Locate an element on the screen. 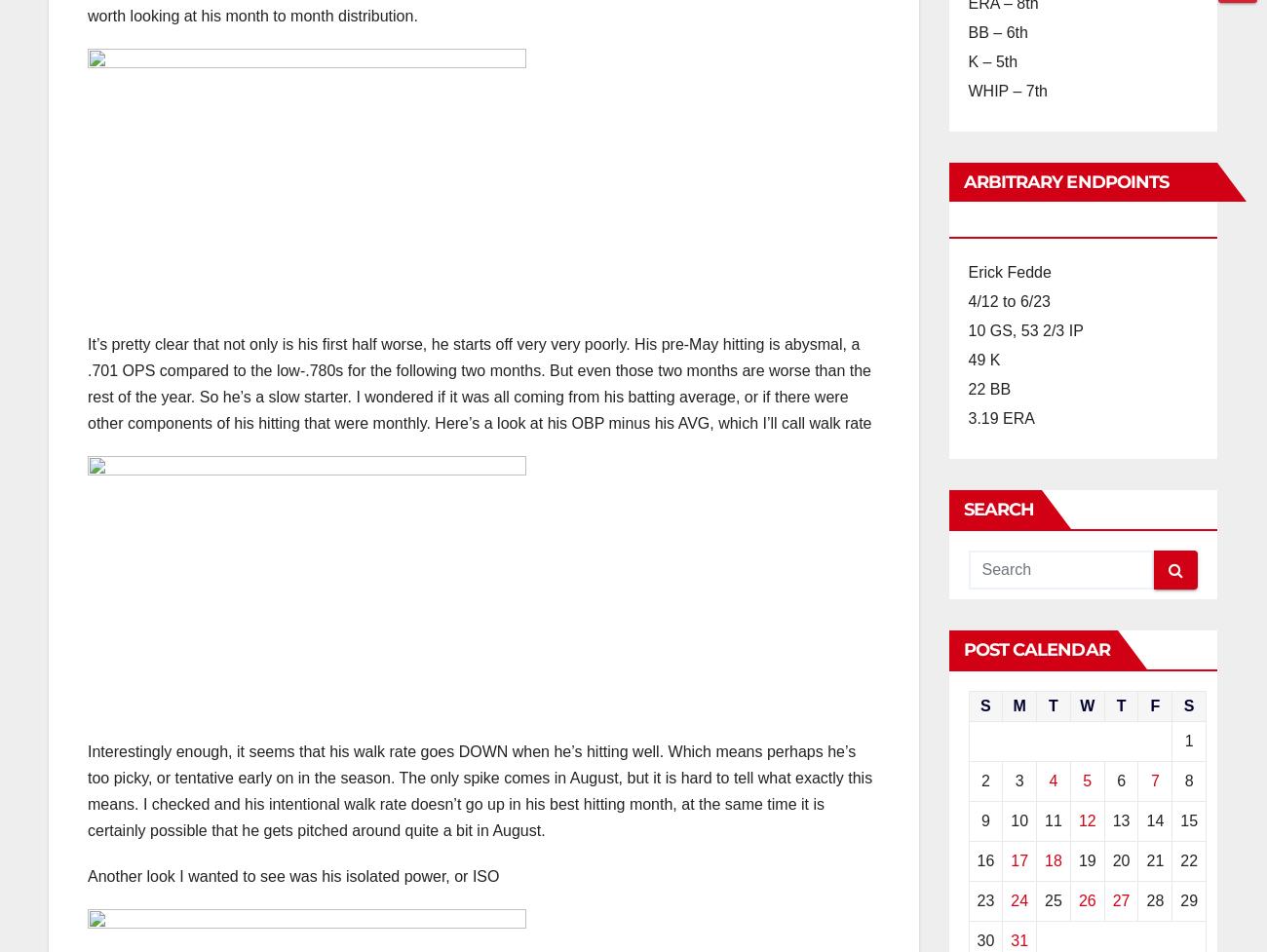 This screenshot has height=952, width=1267. 'W' is located at coordinates (1086, 705).